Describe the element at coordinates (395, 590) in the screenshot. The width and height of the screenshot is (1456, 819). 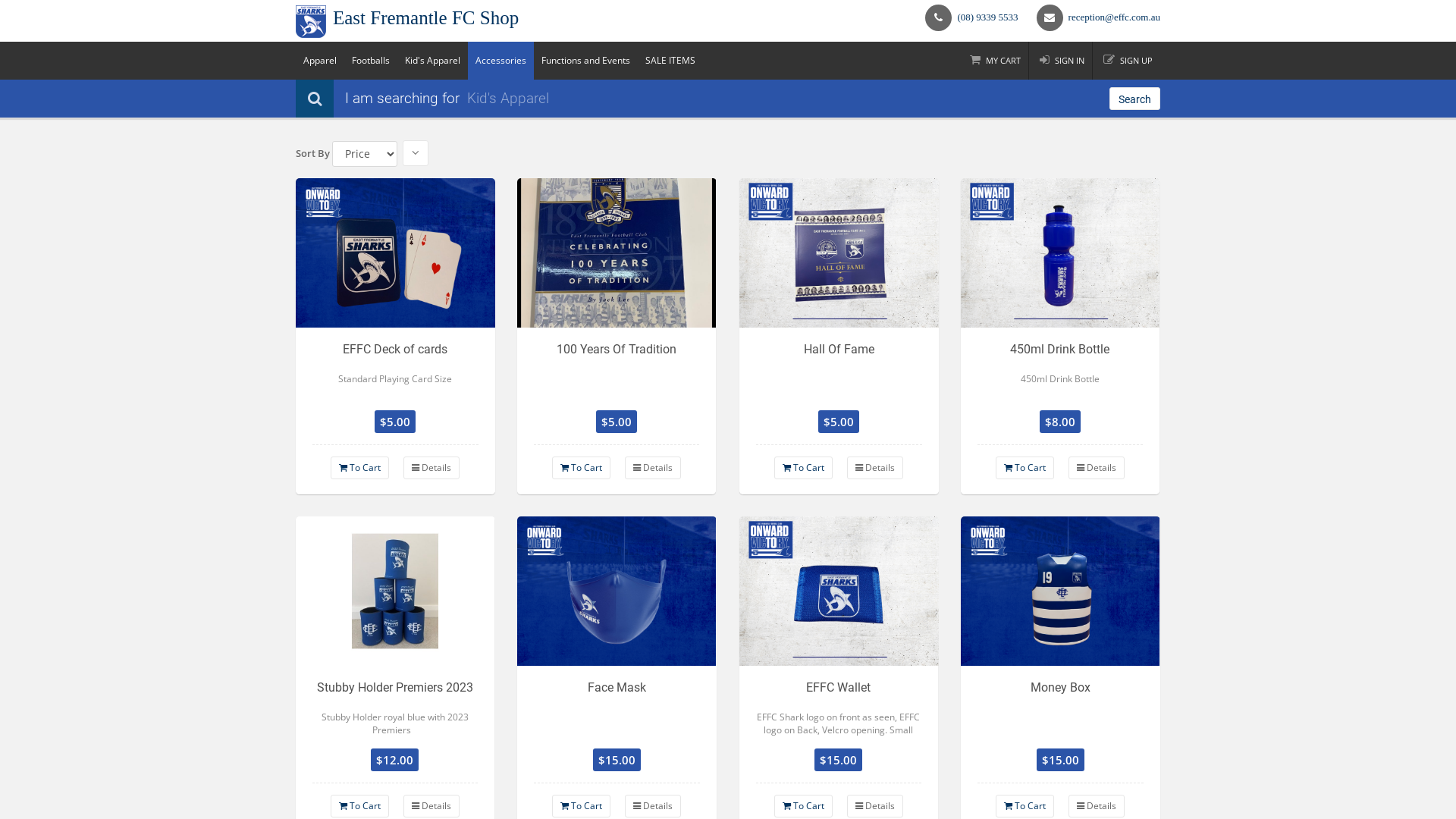
I see `'Stubby Holder Premiers 2023'` at that location.